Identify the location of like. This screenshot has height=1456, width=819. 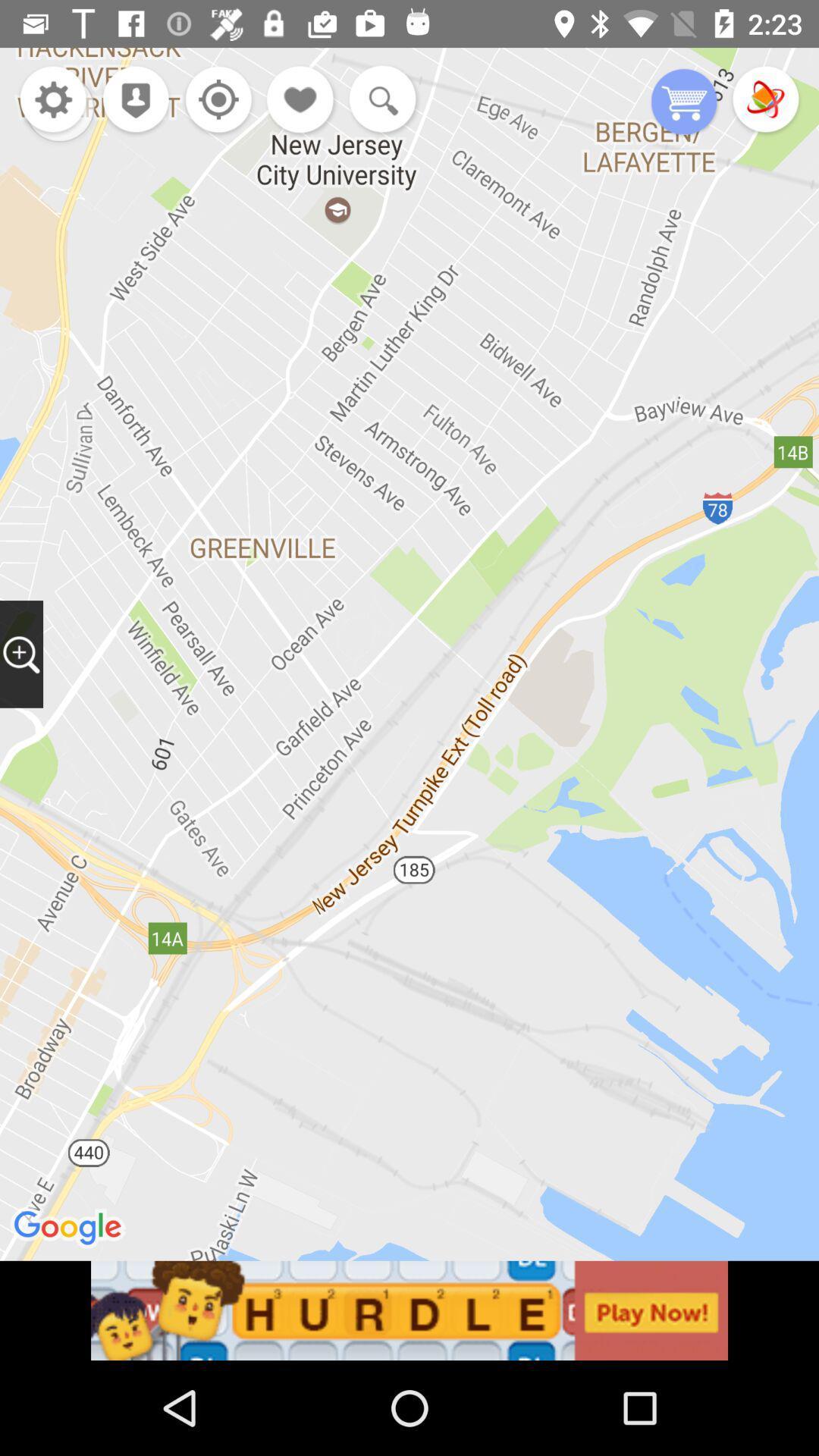
(301, 100).